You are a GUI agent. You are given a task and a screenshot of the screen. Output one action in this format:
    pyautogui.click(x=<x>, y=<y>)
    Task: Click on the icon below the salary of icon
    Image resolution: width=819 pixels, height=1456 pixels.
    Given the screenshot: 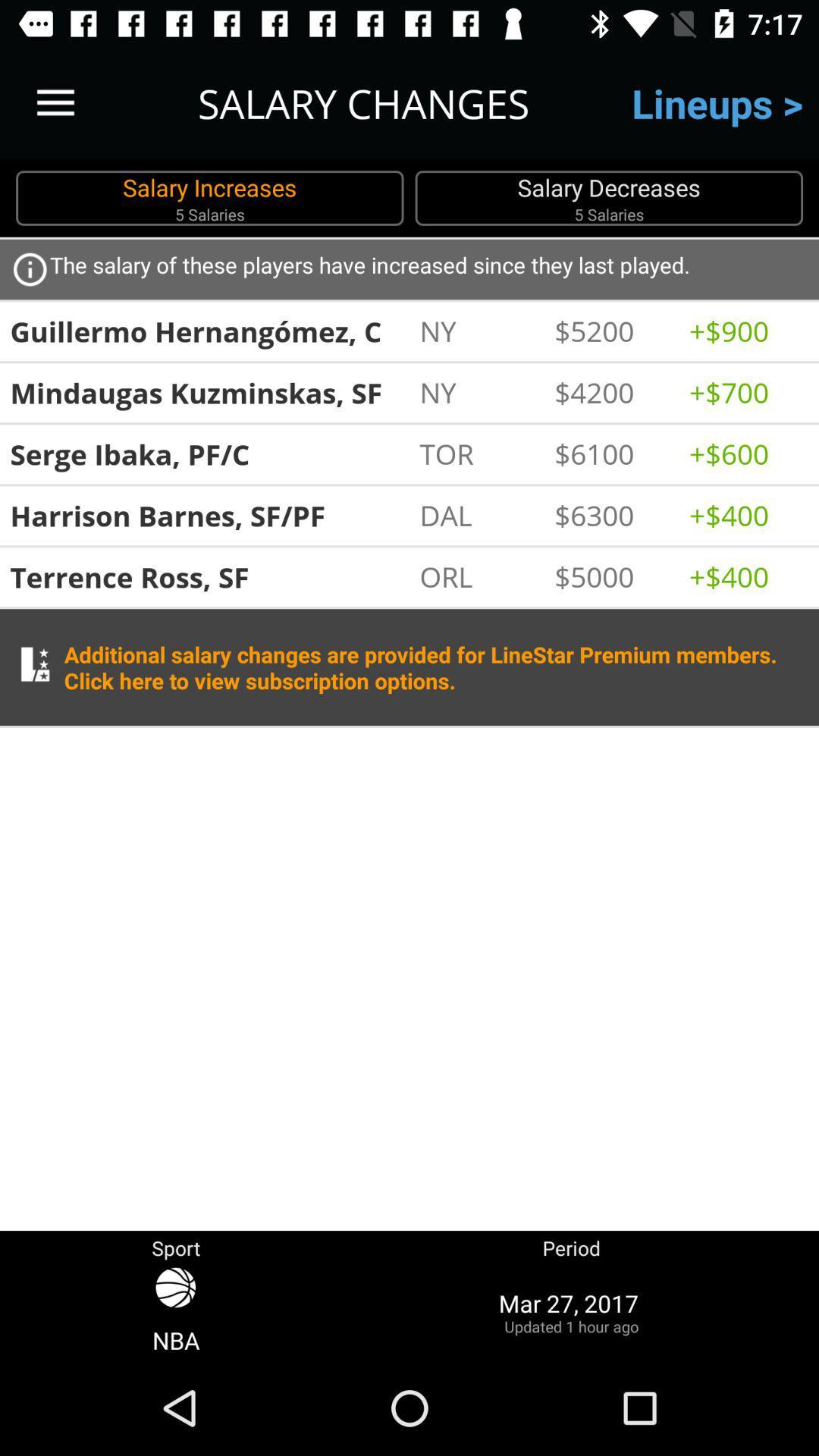 What is the action you would take?
    pyautogui.click(x=613, y=330)
    